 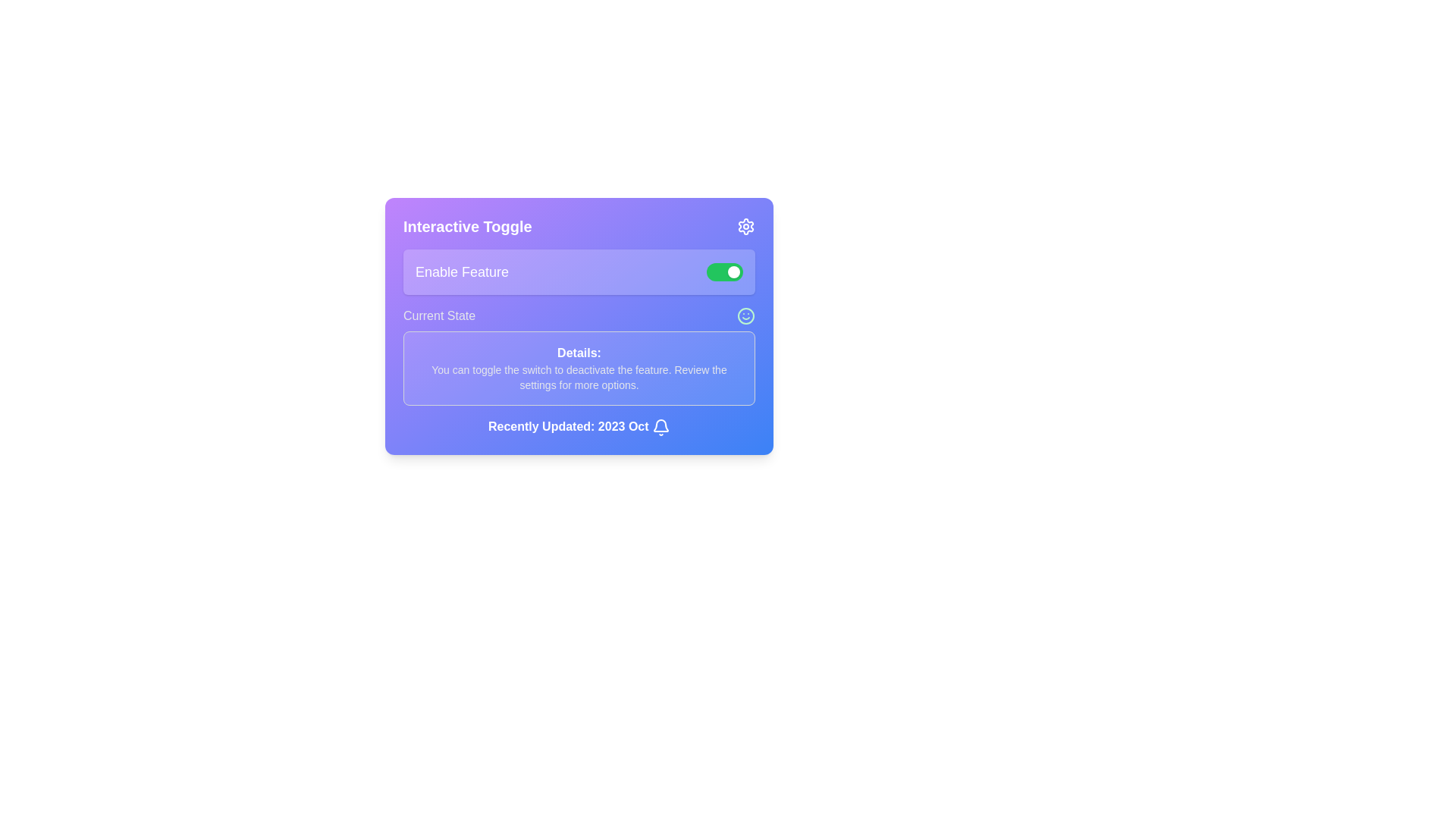 I want to click on the settings gear icon located in the top-right corner of the 'Interactive Toggle' card, so click(x=745, y=227).